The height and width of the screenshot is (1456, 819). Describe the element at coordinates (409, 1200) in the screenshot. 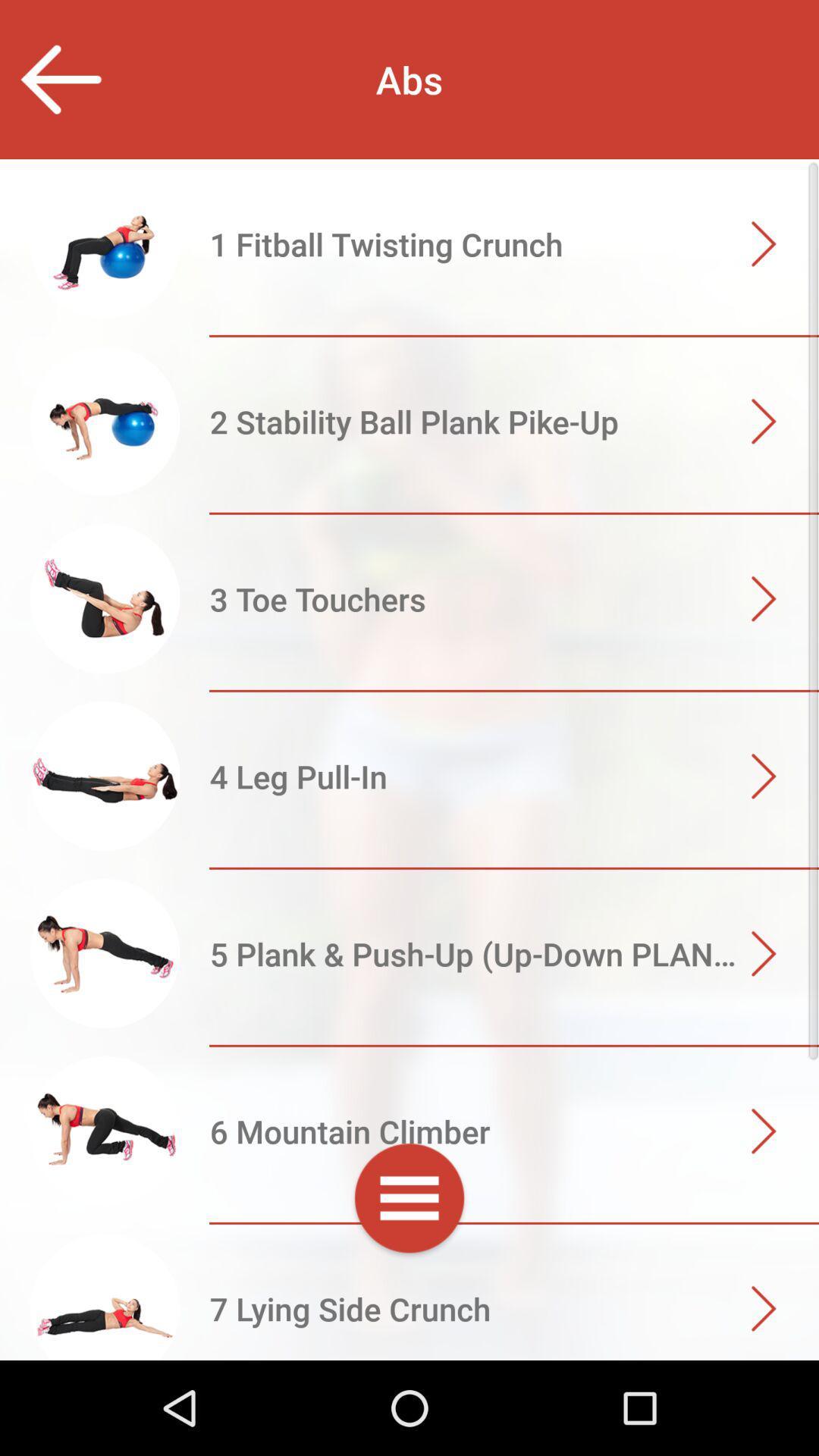

I see `more options` at that location.